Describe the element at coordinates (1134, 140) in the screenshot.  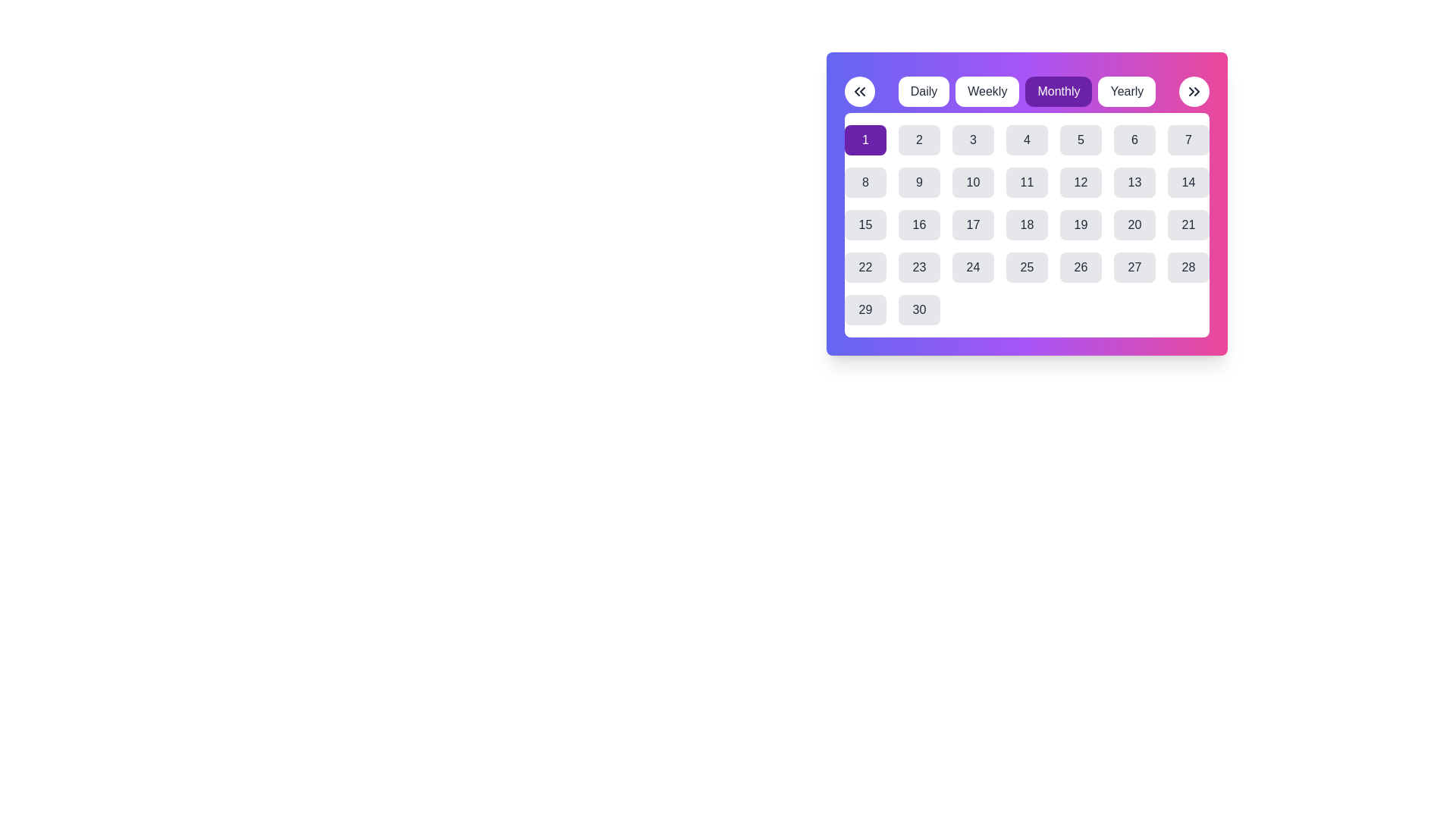
I see `the button in the first row and sixth column of the calendar interface` at that location.